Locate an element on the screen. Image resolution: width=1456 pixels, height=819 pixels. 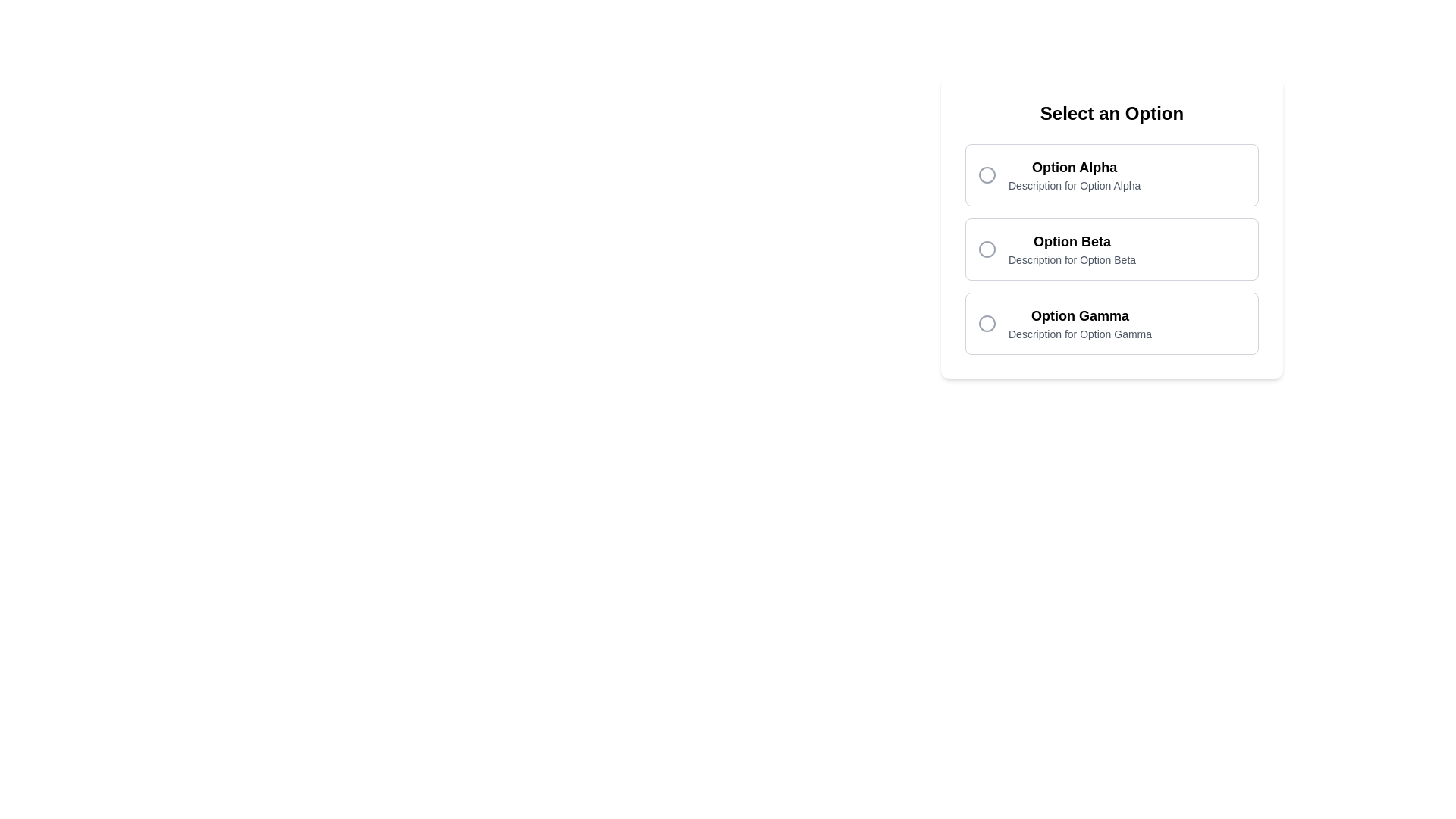
the text section of the 'Option Gamma' row, which includes the bold headline and subtitle in the third option box of the vertical list is located at coordinates (1079, 323).